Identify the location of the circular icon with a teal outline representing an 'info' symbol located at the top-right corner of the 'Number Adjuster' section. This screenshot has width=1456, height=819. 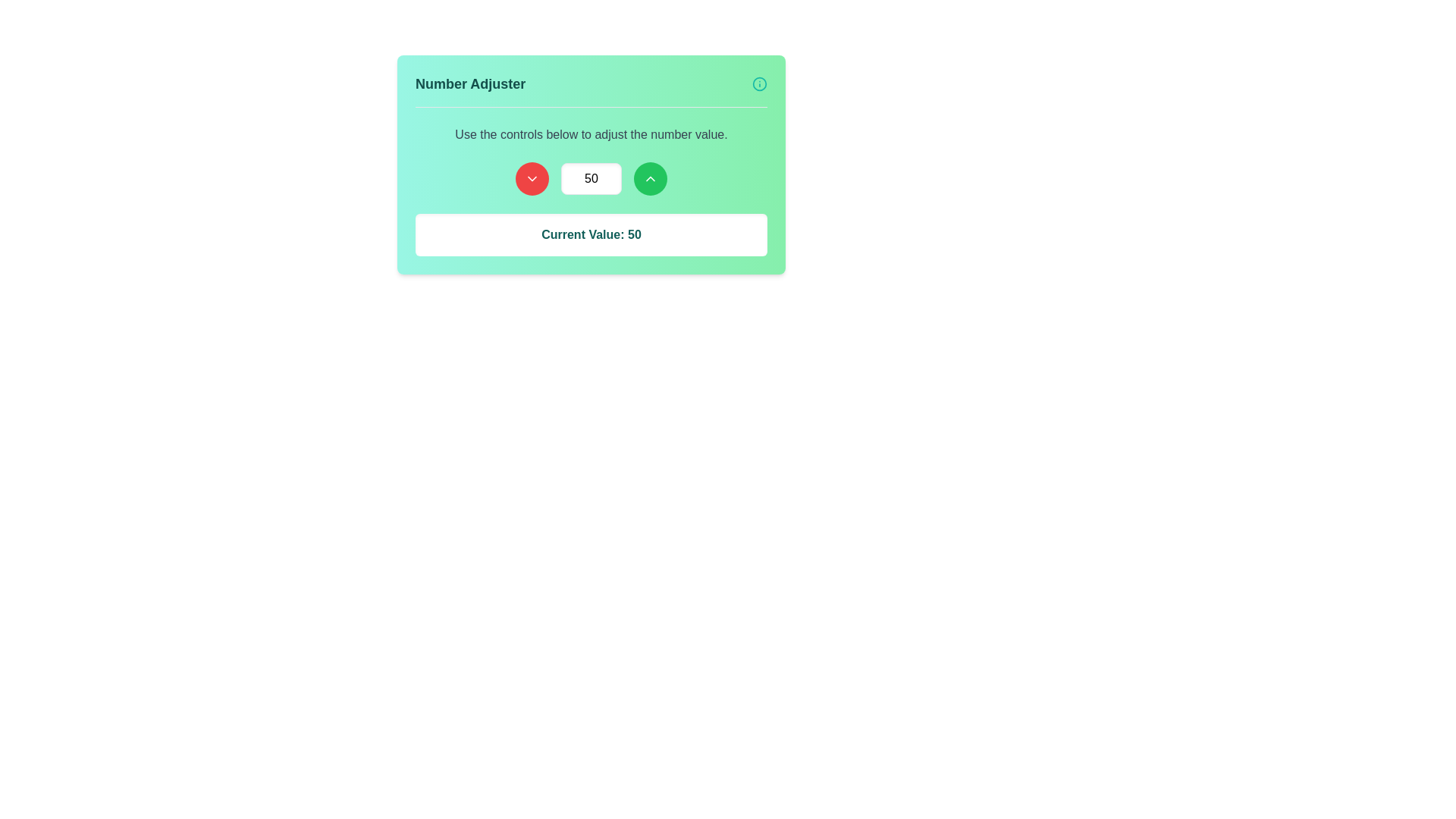
(760, 84).